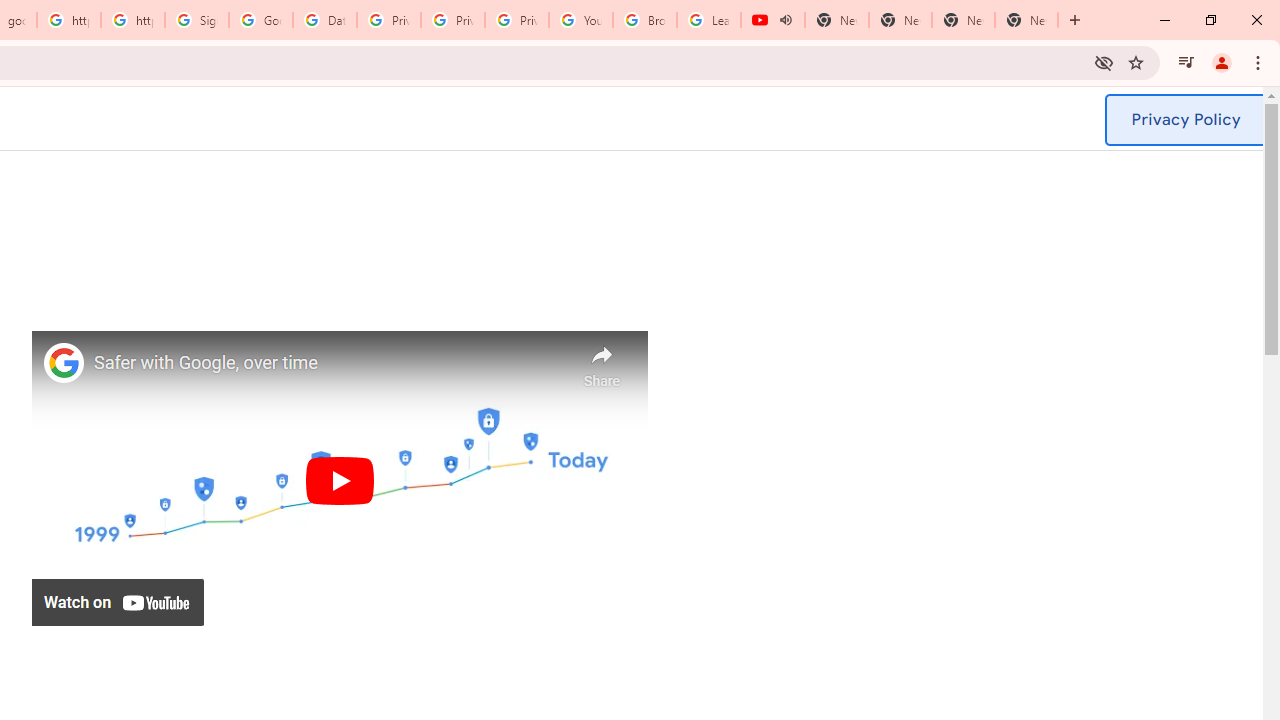 Image resolution: width=1280 pixels, height=720 pixels. Describe the element at coordinates (117, 601) in the screenshot. I see `'Watch on YouTube'` at that location.